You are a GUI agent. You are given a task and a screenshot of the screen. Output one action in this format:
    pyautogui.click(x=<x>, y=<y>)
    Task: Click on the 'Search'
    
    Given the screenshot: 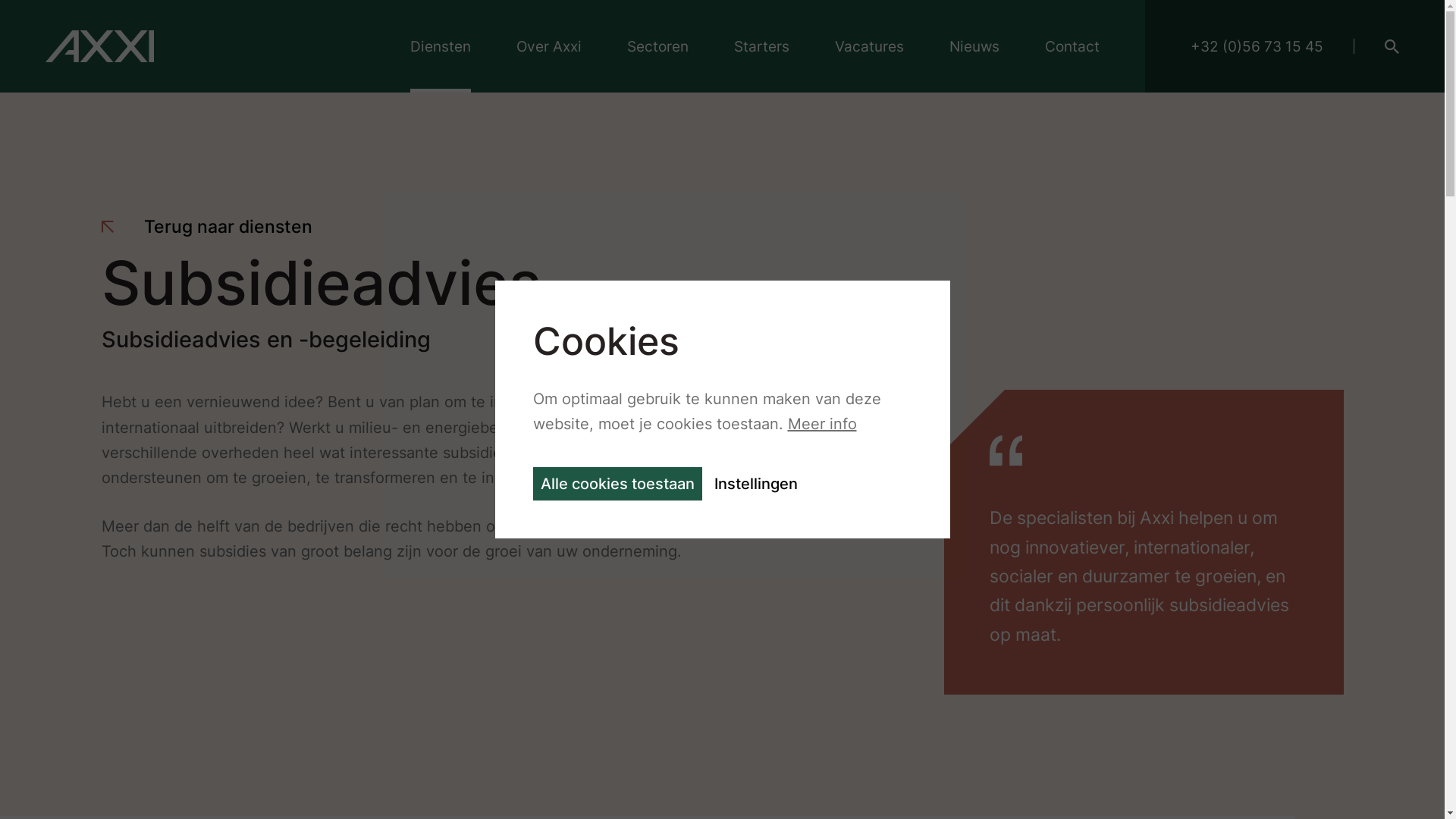 What is the action you would take?
    pyautogui.click(x=1384, y=45)
    